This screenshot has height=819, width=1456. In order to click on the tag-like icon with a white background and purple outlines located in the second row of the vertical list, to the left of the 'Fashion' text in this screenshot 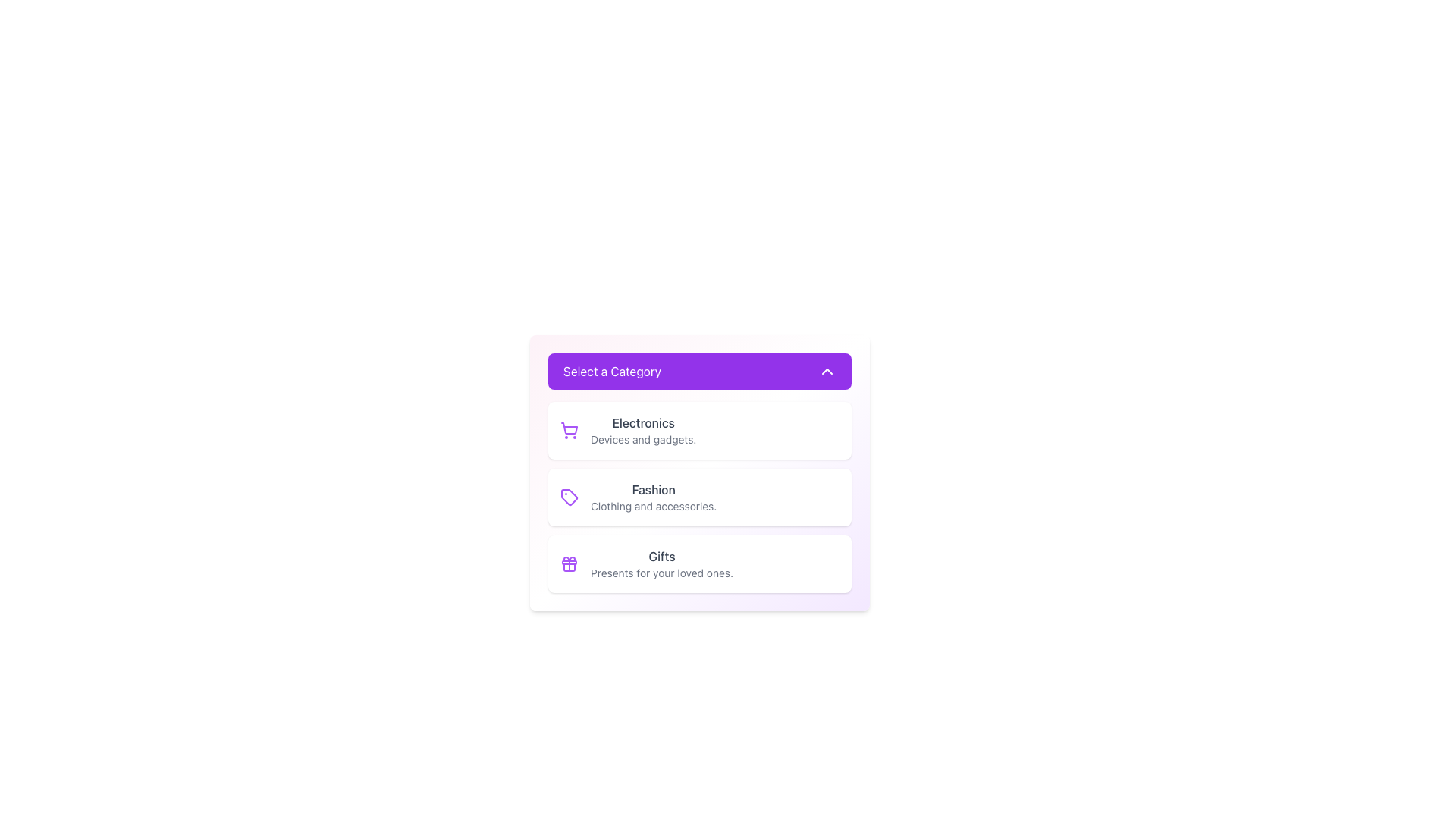, I will do `click(568, 497)`.